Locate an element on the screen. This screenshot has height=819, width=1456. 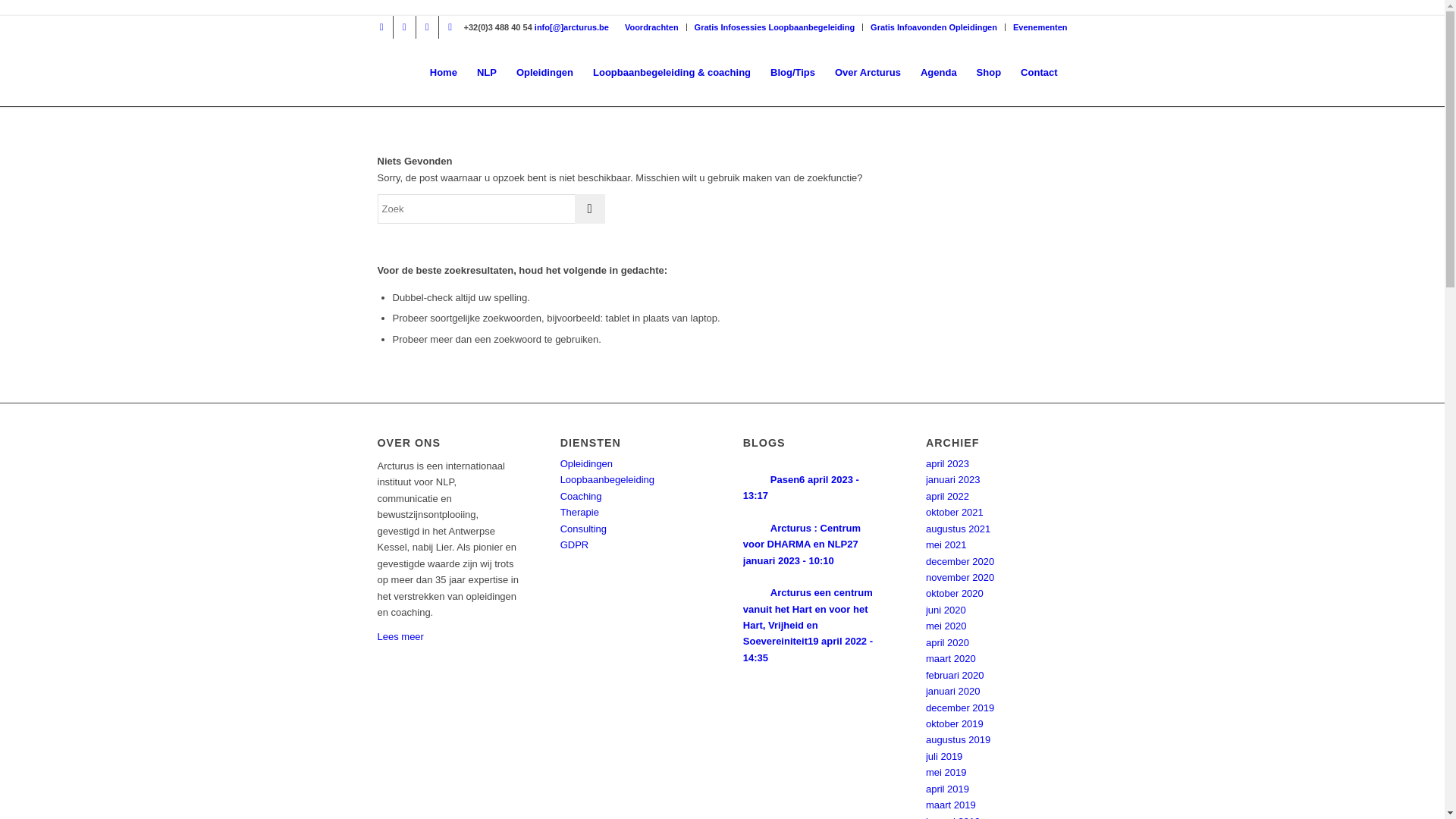
'maart 2020' is located at coordinates (949, 657).